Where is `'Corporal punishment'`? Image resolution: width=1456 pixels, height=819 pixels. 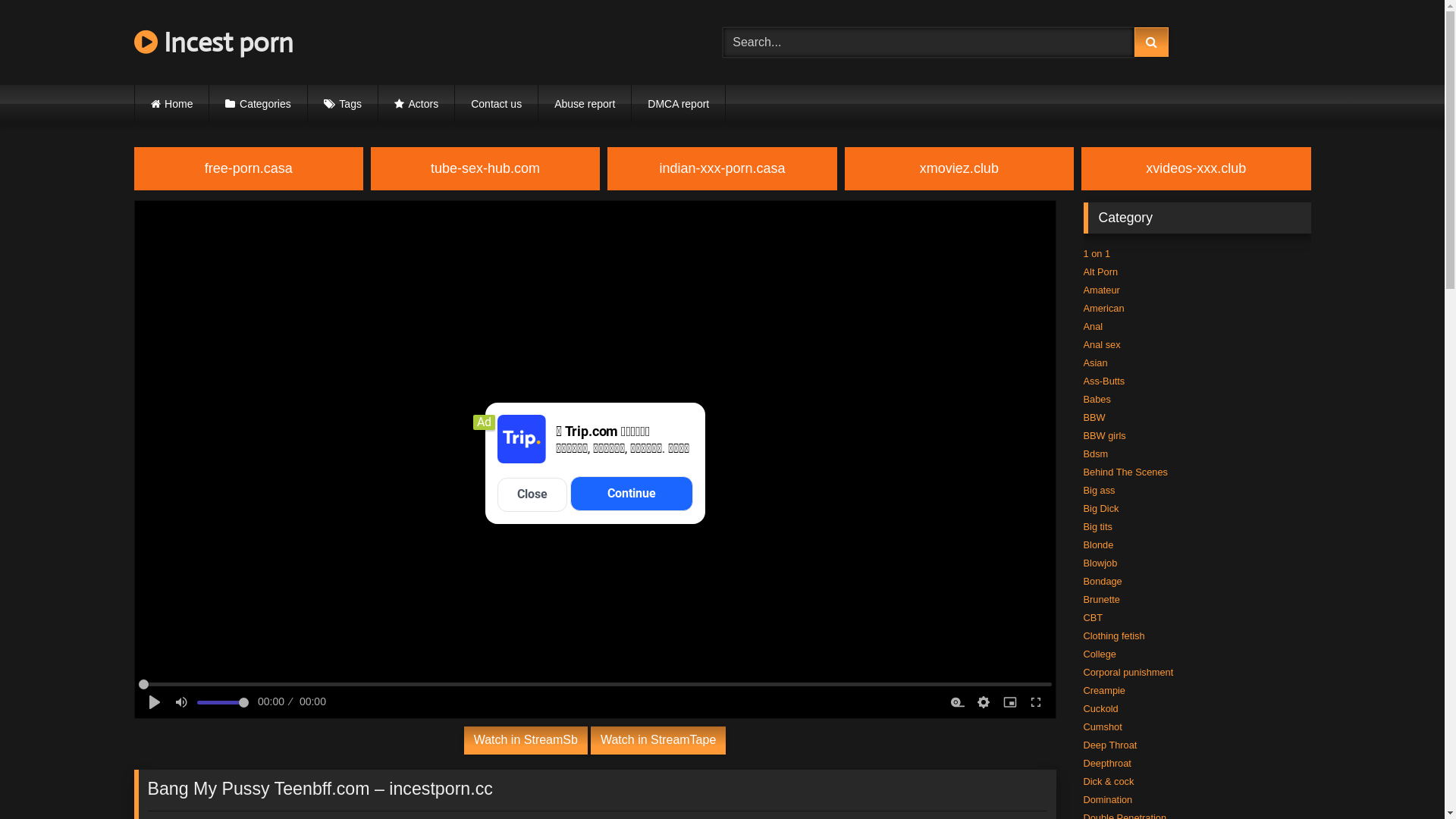
'Corporal punishment' is located at coordinates (1082, 671).